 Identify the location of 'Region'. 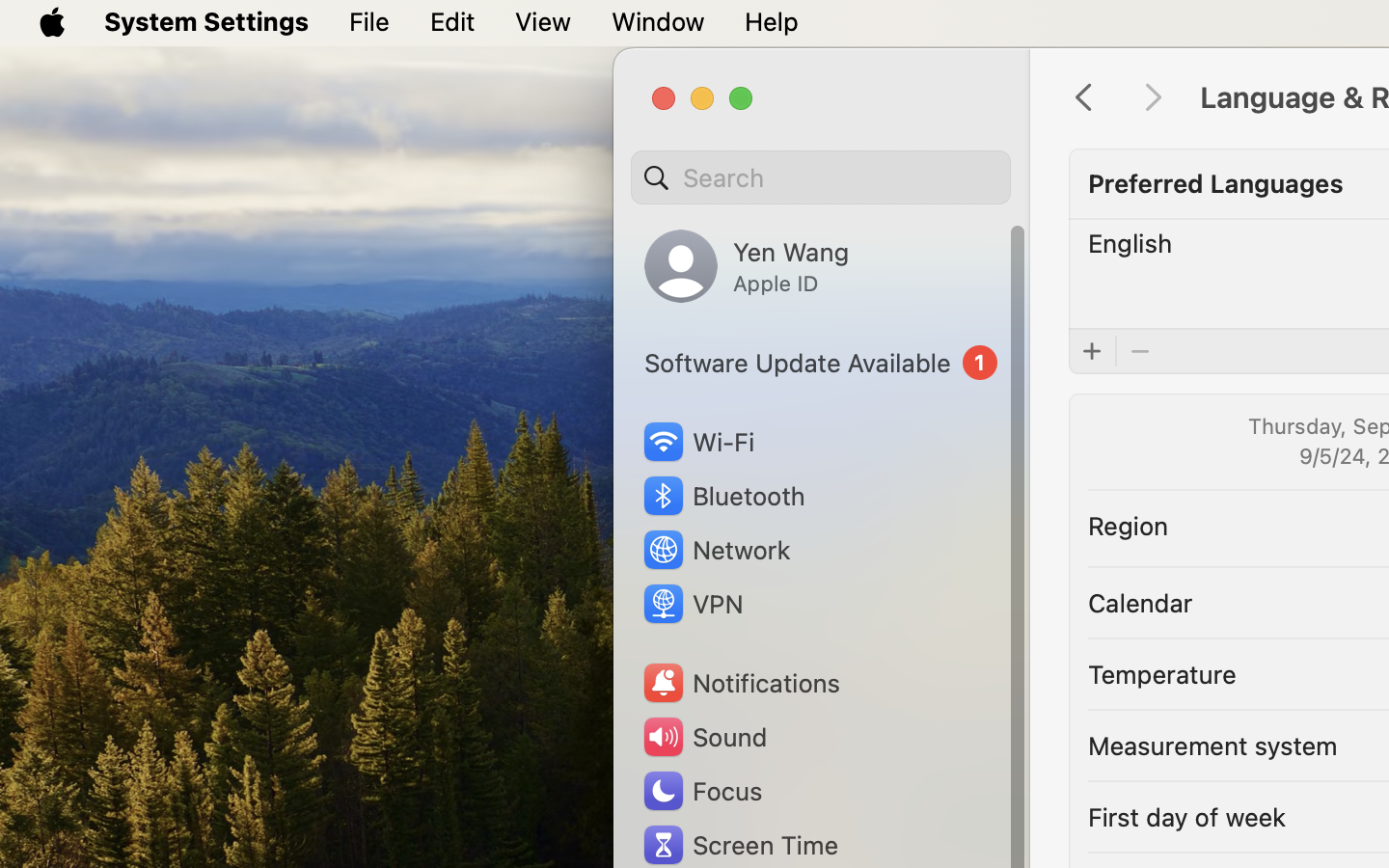
(1129, 523).